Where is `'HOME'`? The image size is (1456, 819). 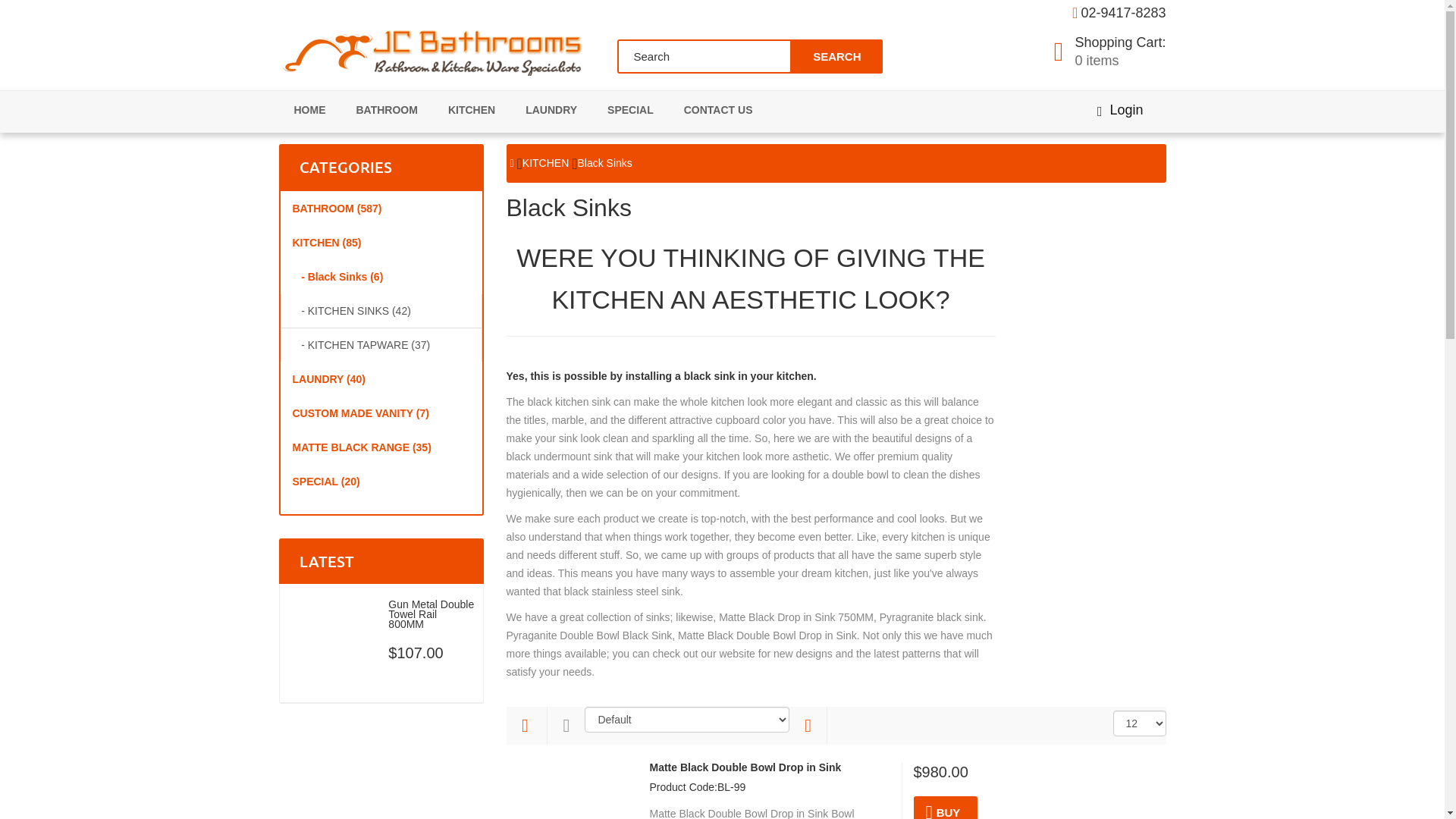 'HOME' is located at coordinates (309, 109).